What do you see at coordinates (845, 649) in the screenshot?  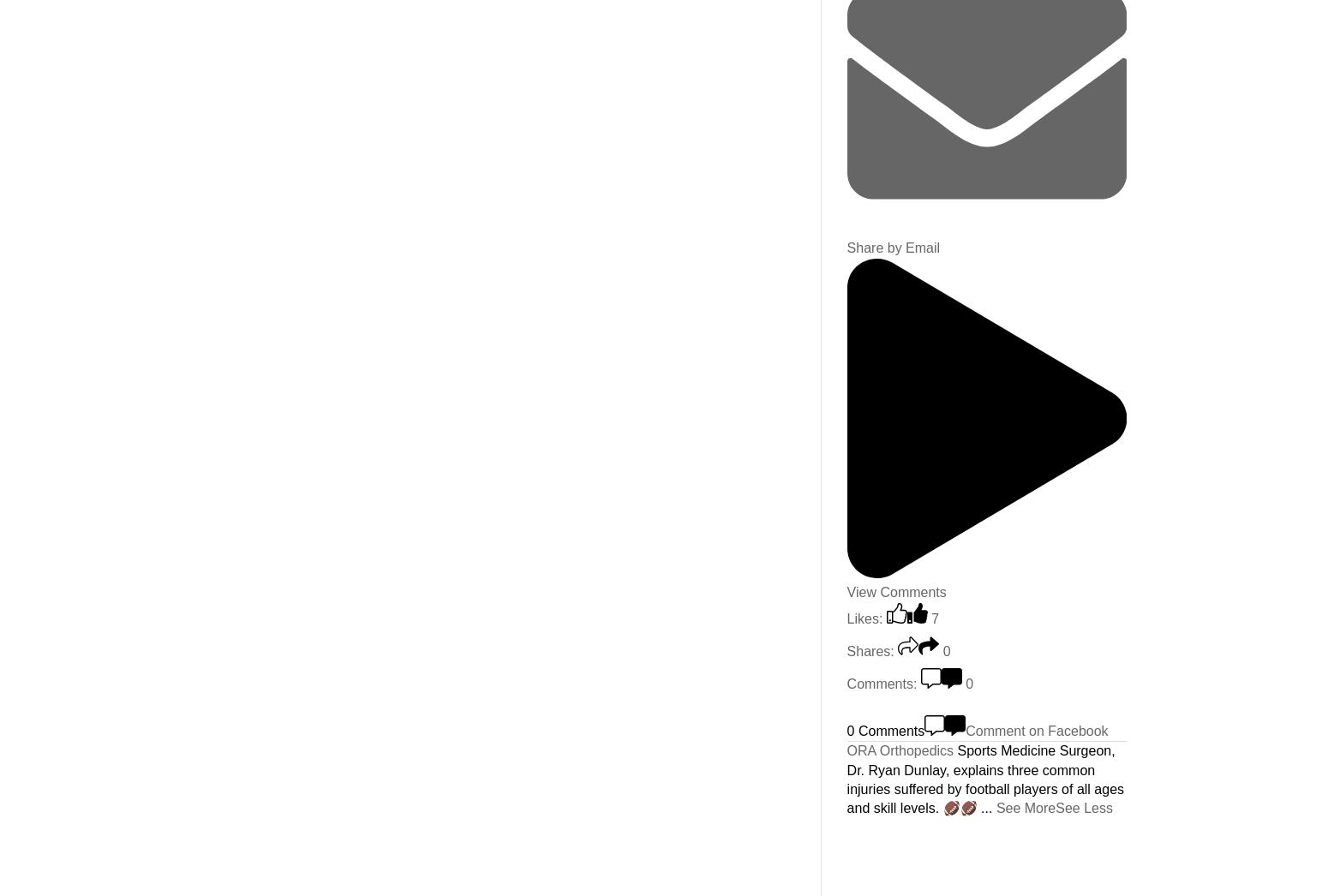 I see `'Shares:'` at bounding box center [845, 649].